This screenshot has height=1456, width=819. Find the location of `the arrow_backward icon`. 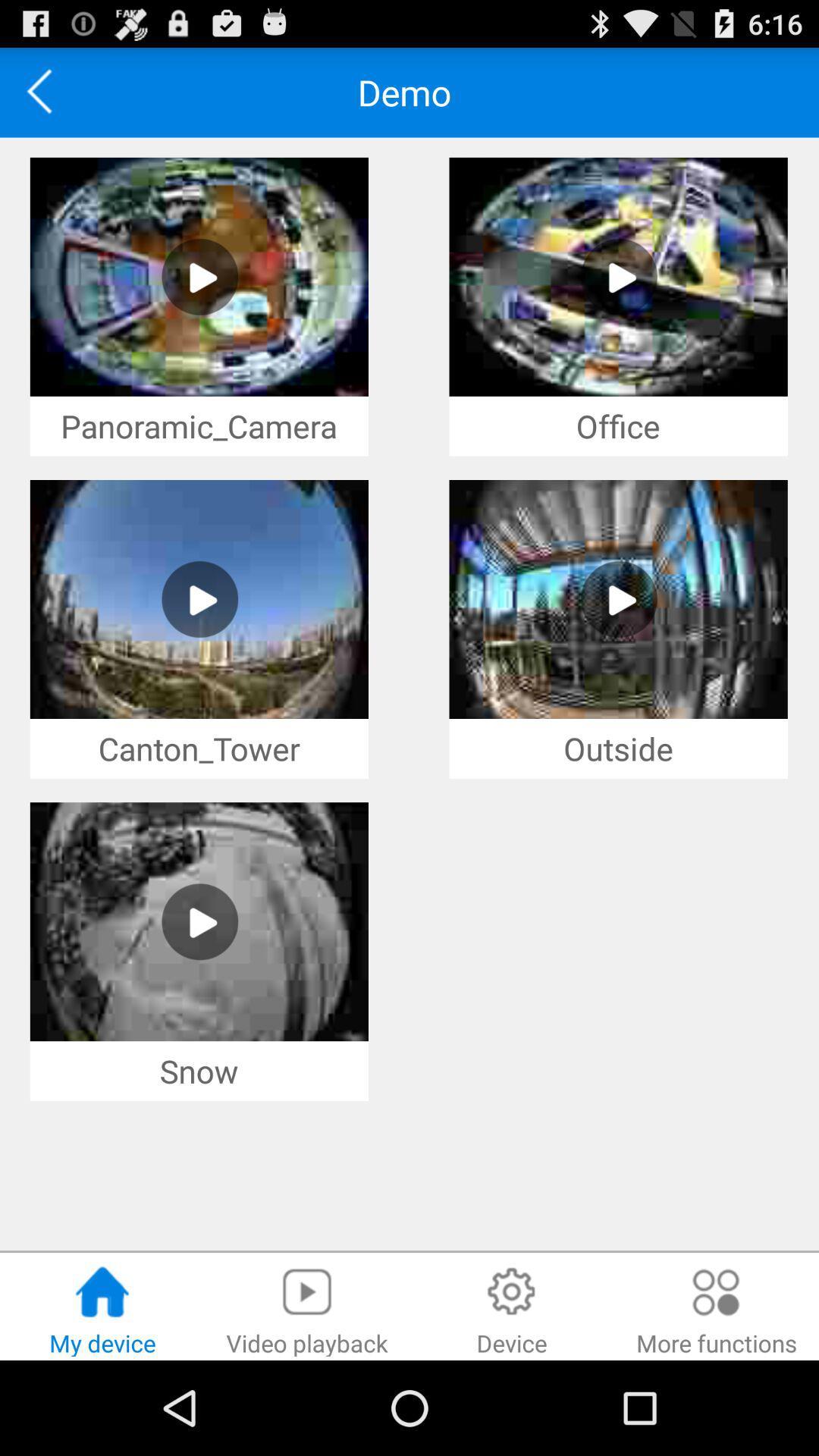

the arrow_backward icon is located at coordinates (44, 98).